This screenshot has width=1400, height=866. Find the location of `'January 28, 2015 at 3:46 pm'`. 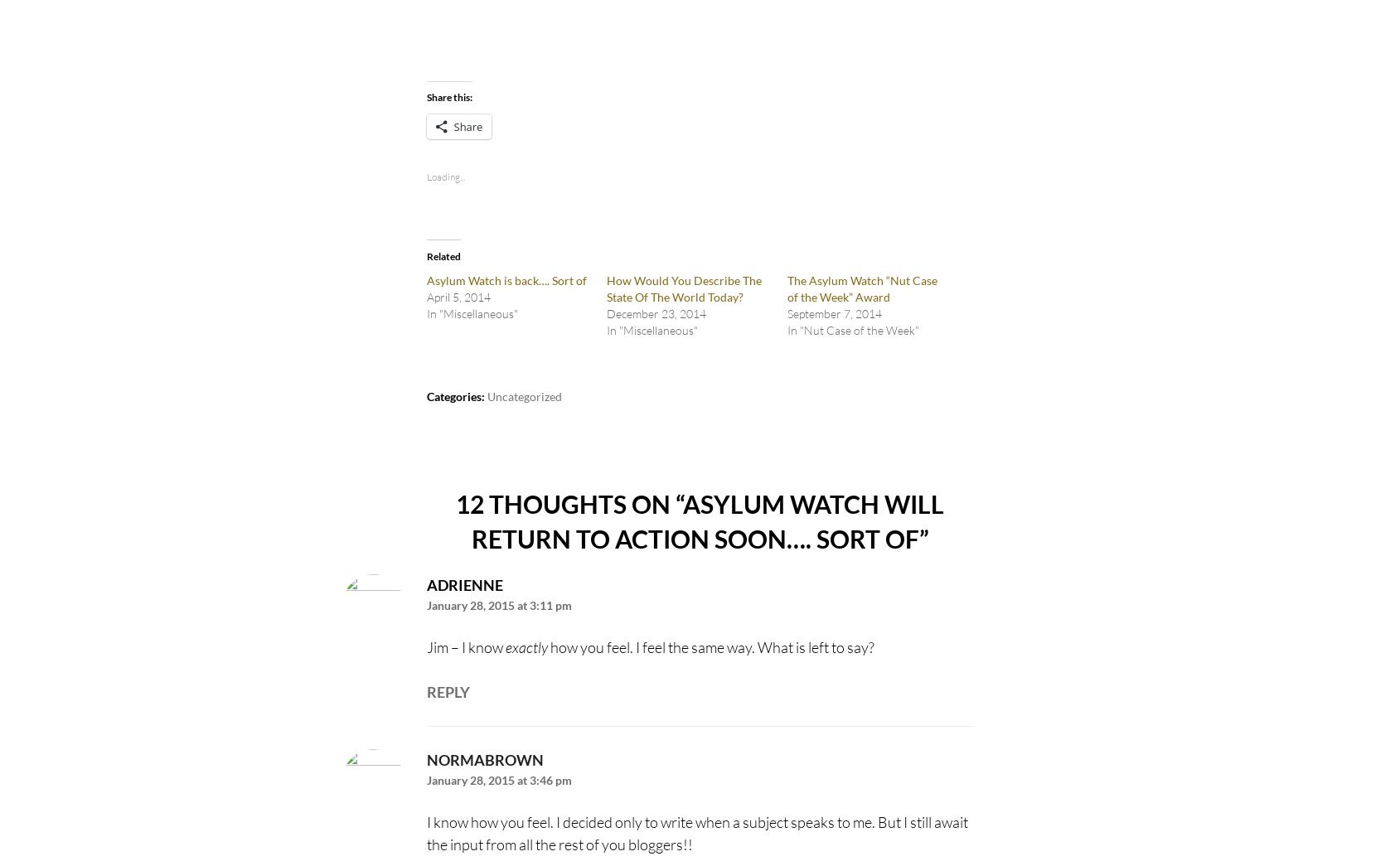

'January 28, 2015 at 3:46 pm' is located at coordinates (497, 779).